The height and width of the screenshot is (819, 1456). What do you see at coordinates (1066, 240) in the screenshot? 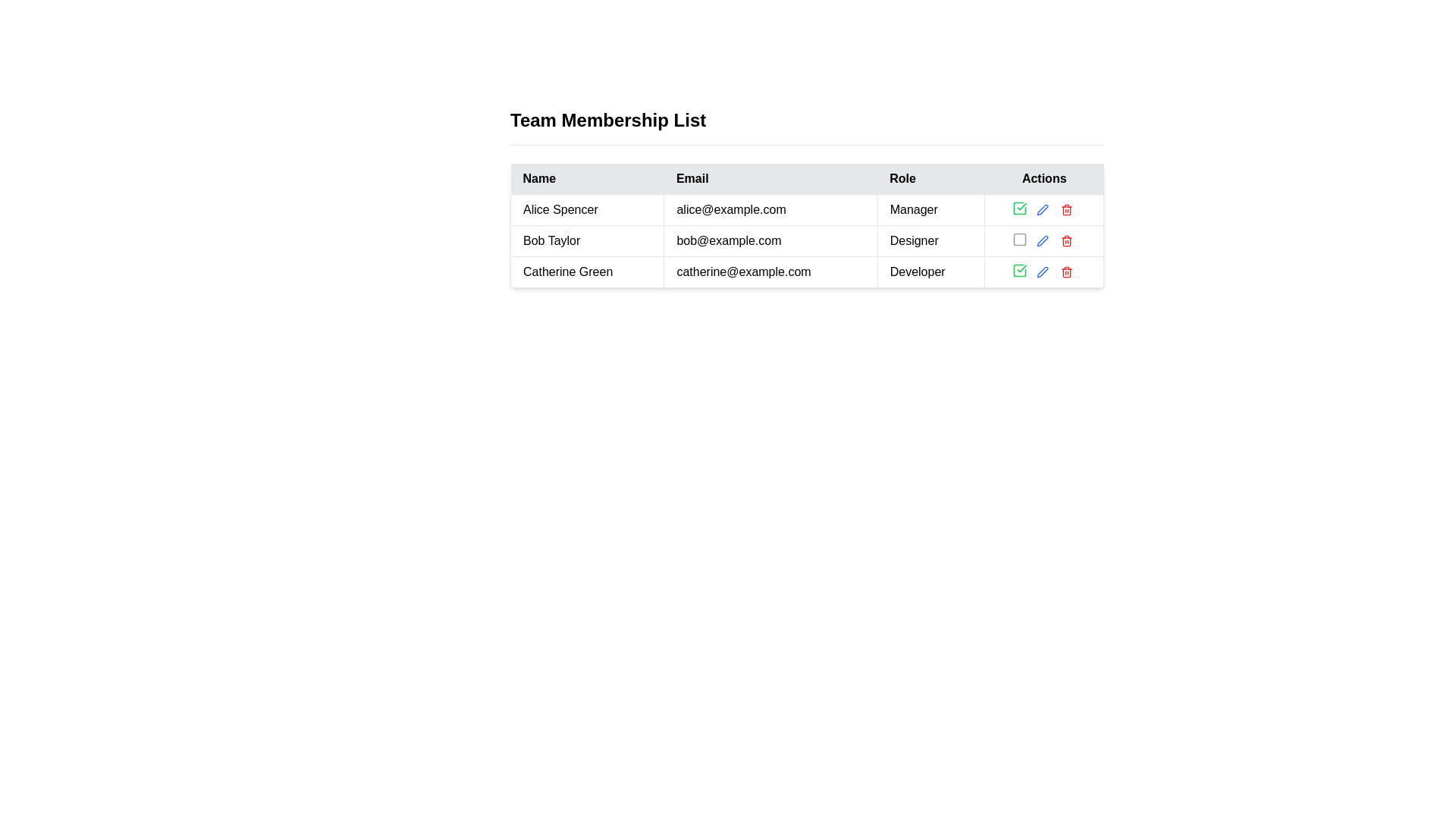
I see `the red trash bin icon button in the actions column of the second row` at bounding box center [1066, 240].